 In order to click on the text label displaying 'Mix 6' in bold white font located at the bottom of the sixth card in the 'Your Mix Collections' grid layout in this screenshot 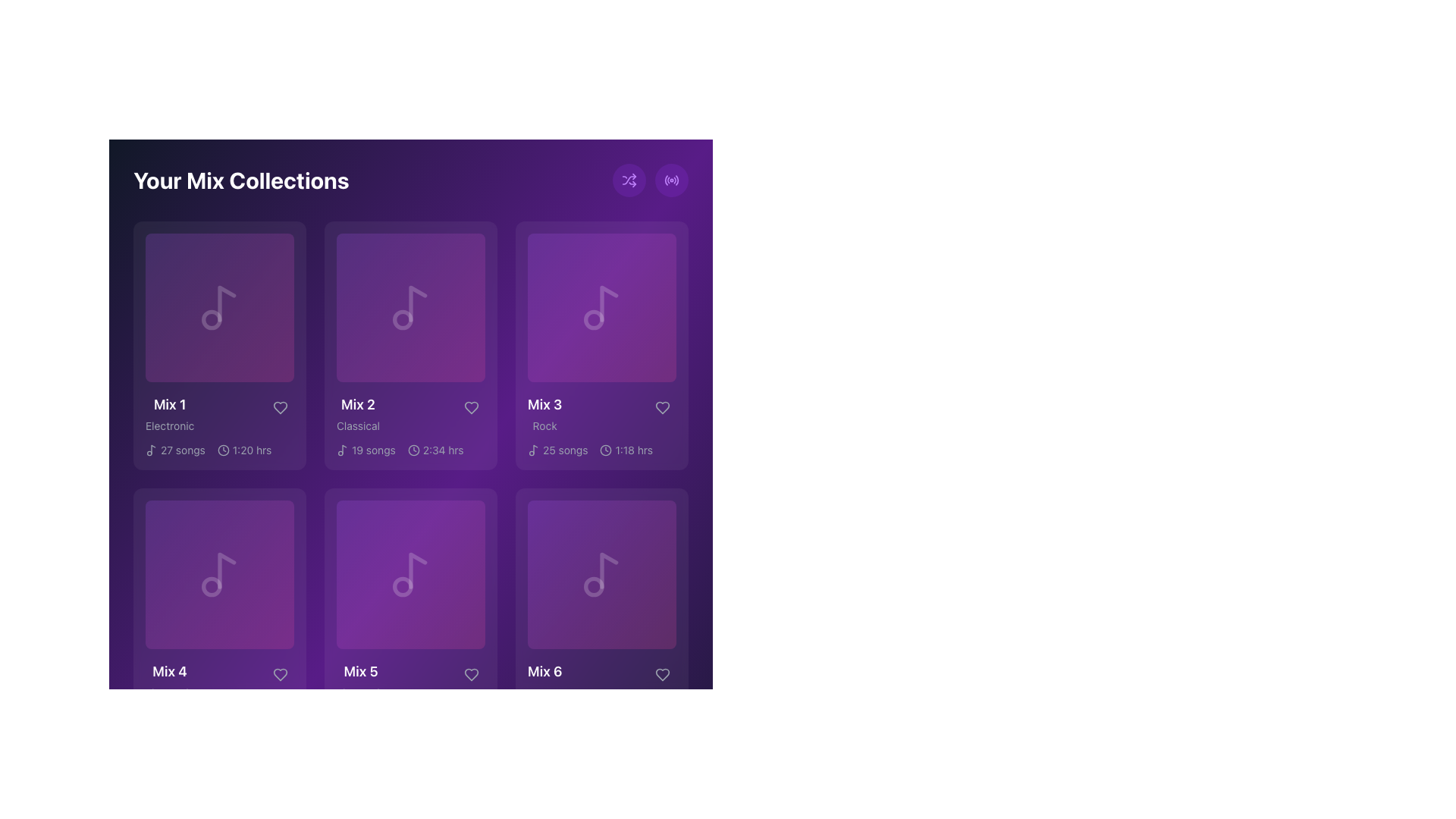, I will do `click(544, 671)`.